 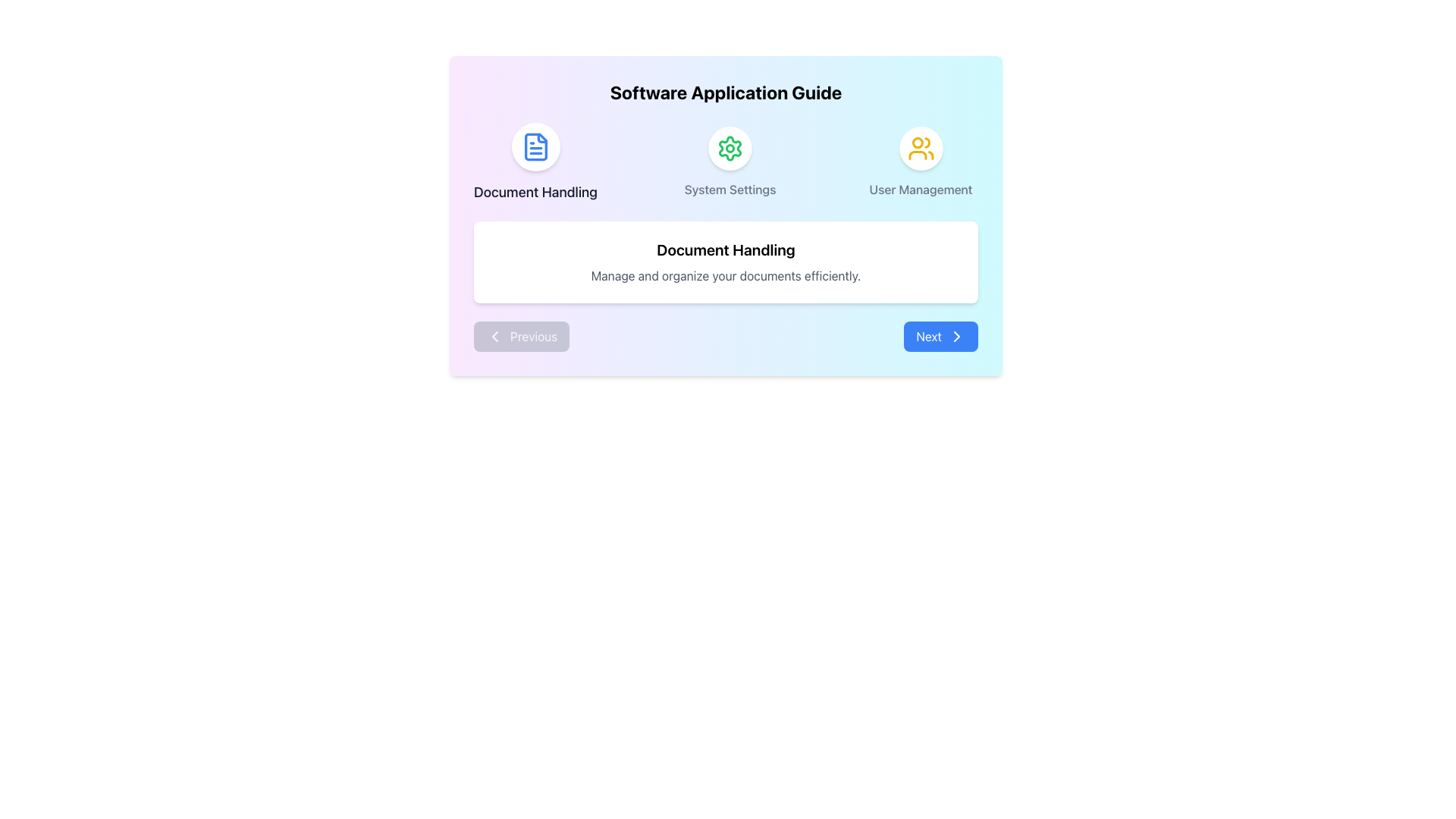 What do you see at coordinates (730, 163) in the screenshot?
I see `the 'System Settings' menu item, which features a green gear icon and is centrally positioned between 'Document Handling' and 'User Management'` at bounding box center [730, 163].